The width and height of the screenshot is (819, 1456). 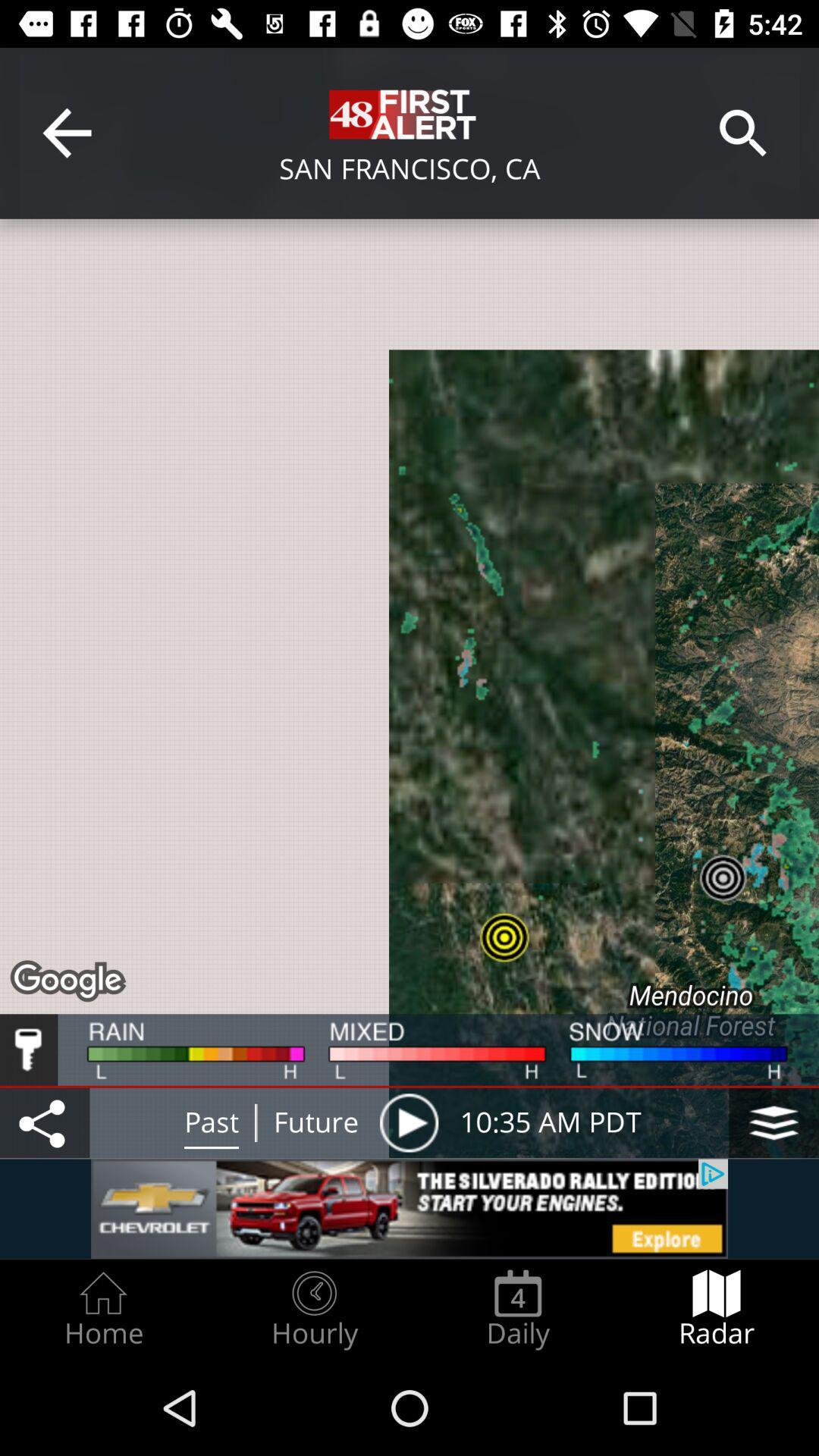 What do you see at coordinates (717, 1309) in the screenshot?
I see `the icon to the right of daily item` at bounding box center [717, 1309].